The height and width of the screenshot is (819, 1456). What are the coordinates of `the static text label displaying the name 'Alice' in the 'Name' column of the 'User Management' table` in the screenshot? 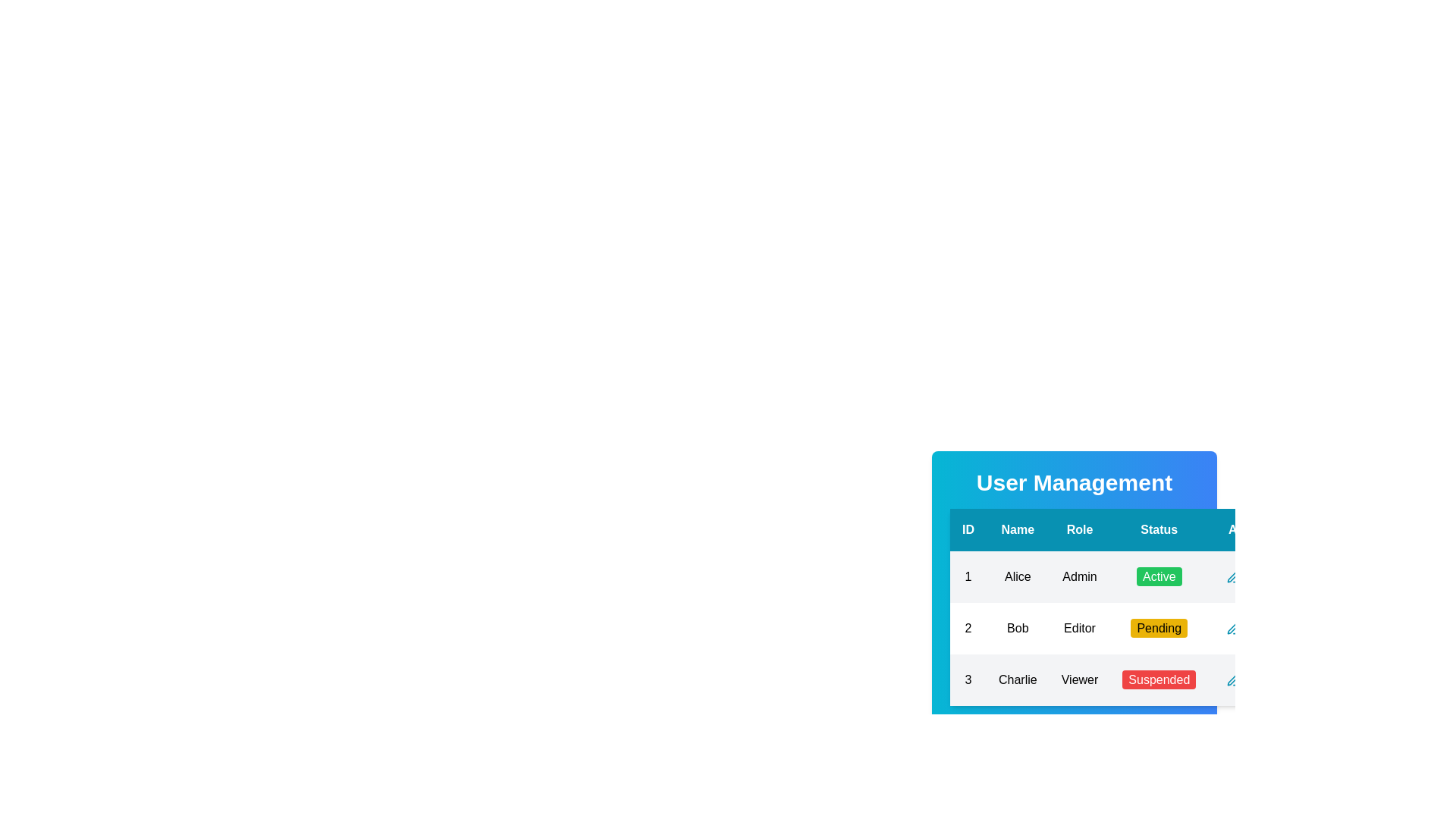 It's located at (1018, 576).